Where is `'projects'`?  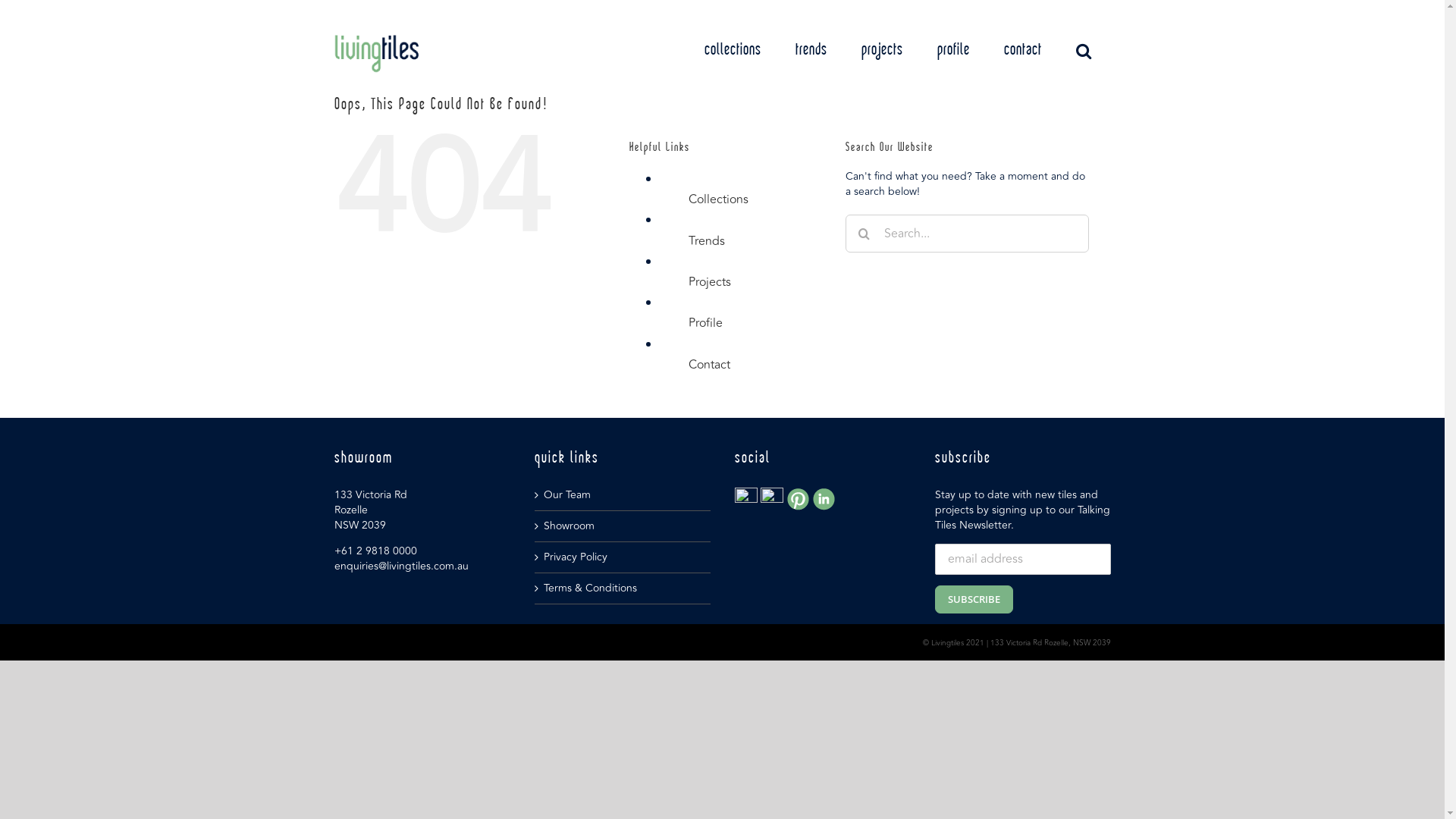
'projects' is located at coordinates (882, 49).